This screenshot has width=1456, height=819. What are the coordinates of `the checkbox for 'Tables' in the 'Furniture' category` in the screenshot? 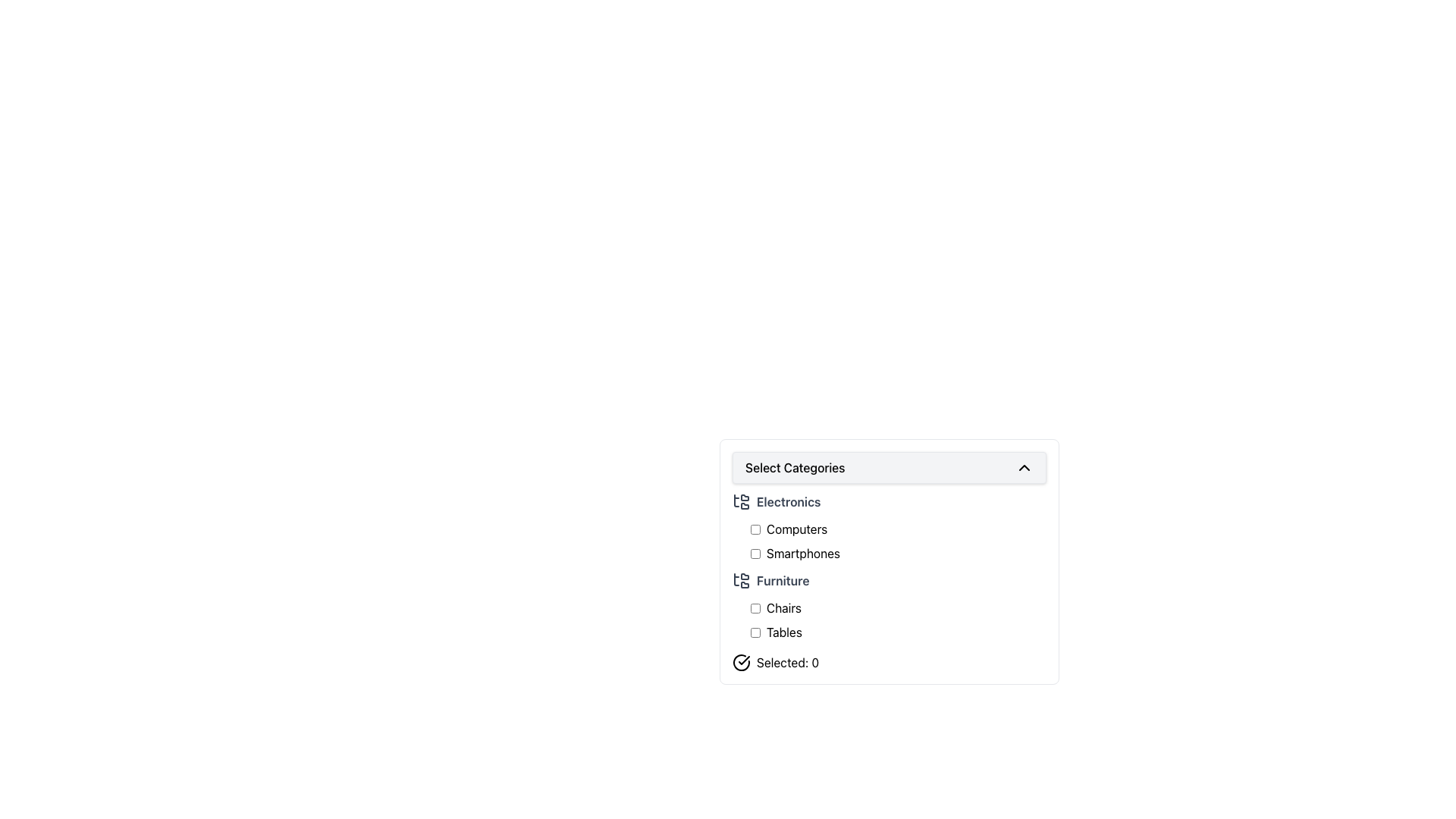 It's located at (899, 632).